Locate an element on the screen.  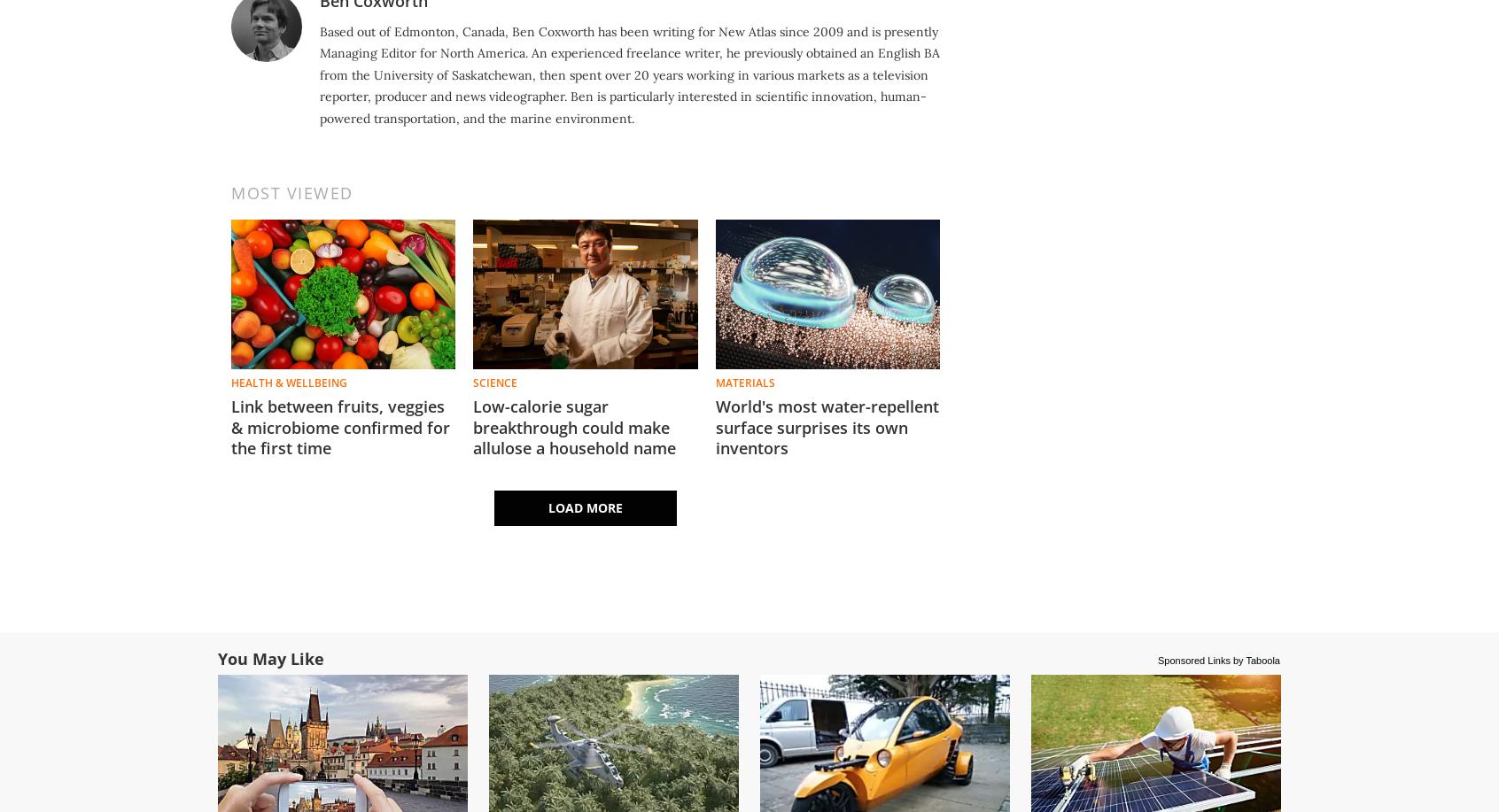
'Materials' is located at coordinates (715, 382).